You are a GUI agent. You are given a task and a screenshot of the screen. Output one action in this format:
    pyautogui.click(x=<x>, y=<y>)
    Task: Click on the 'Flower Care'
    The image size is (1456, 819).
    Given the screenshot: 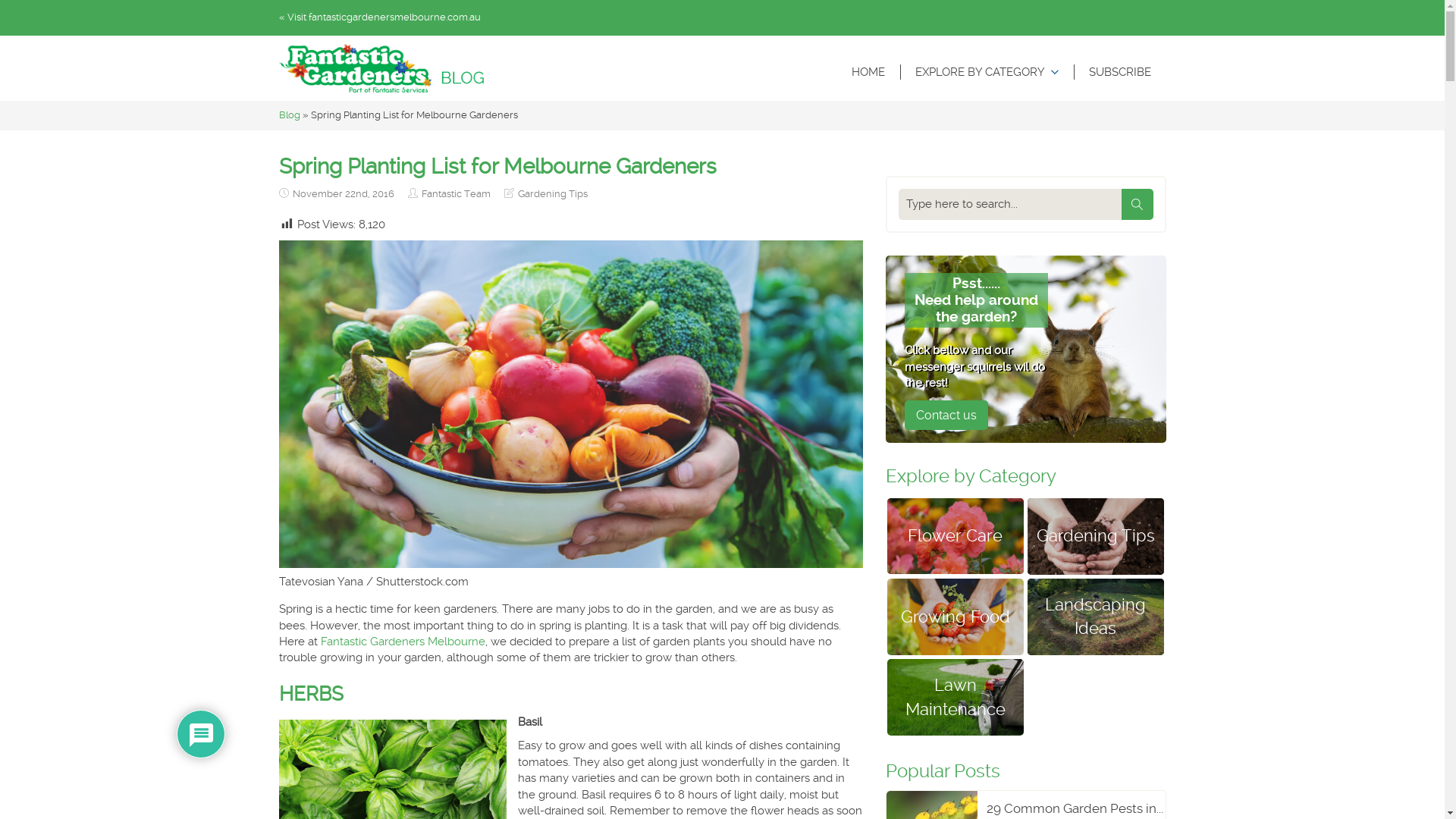 What is the action you would take?
    pyautogui.click(x=954, y=535)
    